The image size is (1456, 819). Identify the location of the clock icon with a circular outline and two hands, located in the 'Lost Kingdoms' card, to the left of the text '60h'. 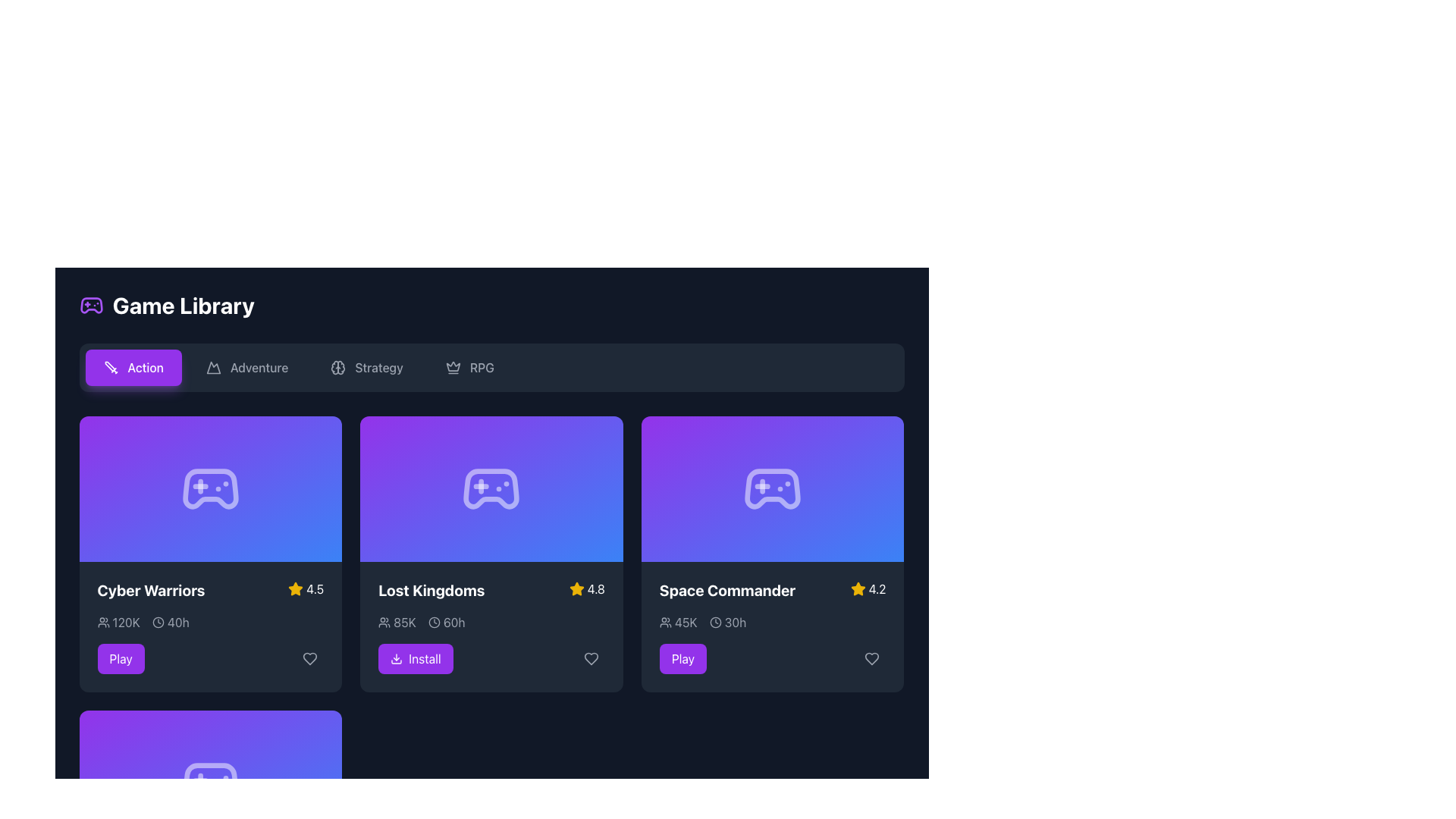
(433, 623).